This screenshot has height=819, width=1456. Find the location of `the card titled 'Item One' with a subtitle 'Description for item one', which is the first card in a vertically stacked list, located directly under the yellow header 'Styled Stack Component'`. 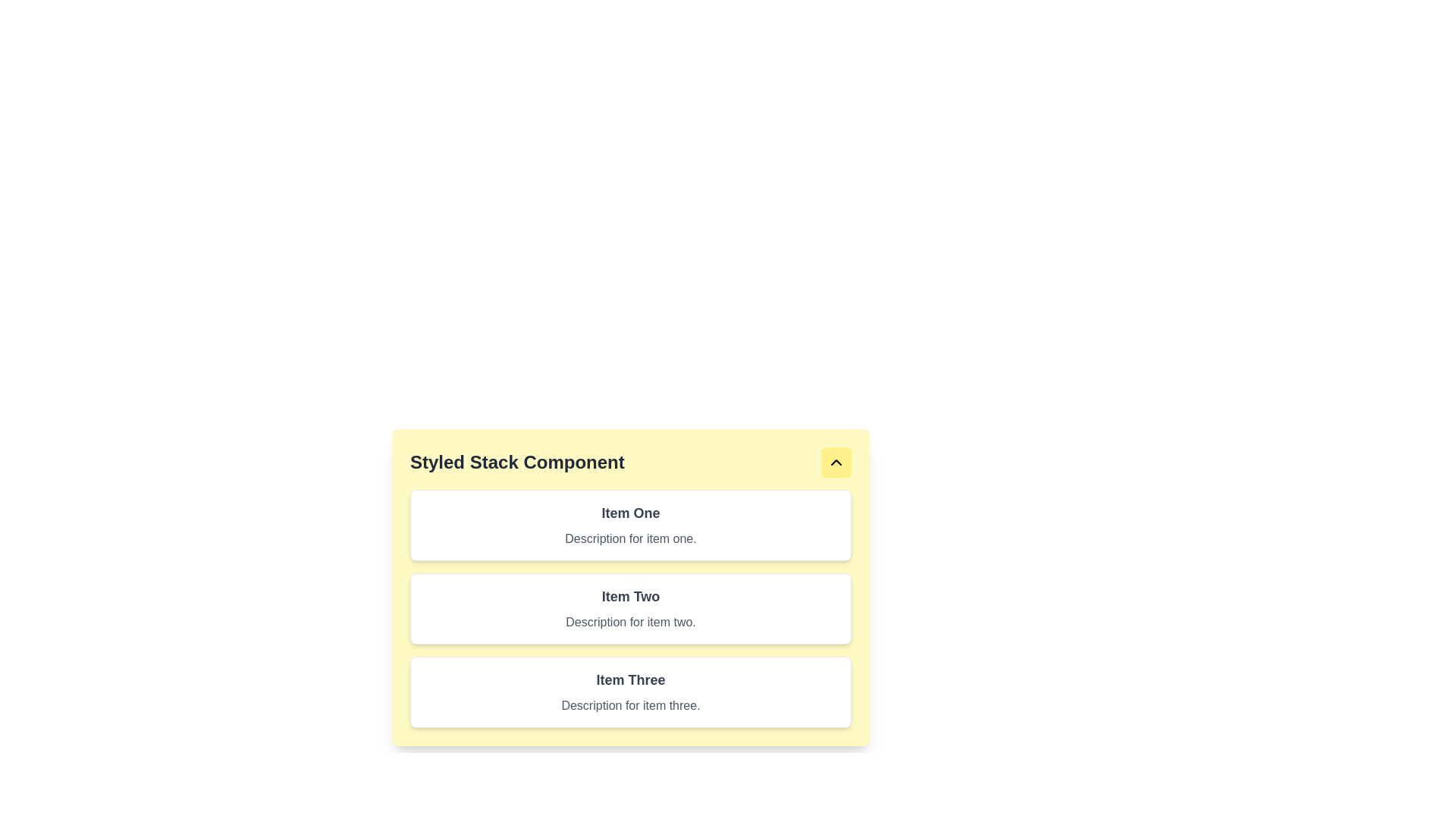

the card titled 'Item One' with a subtitle 'Description for item one', which is the first card in a vertically stacked list, located directly under the yellow header 'Styled Stack Component' is located at coordinates (630, 525).